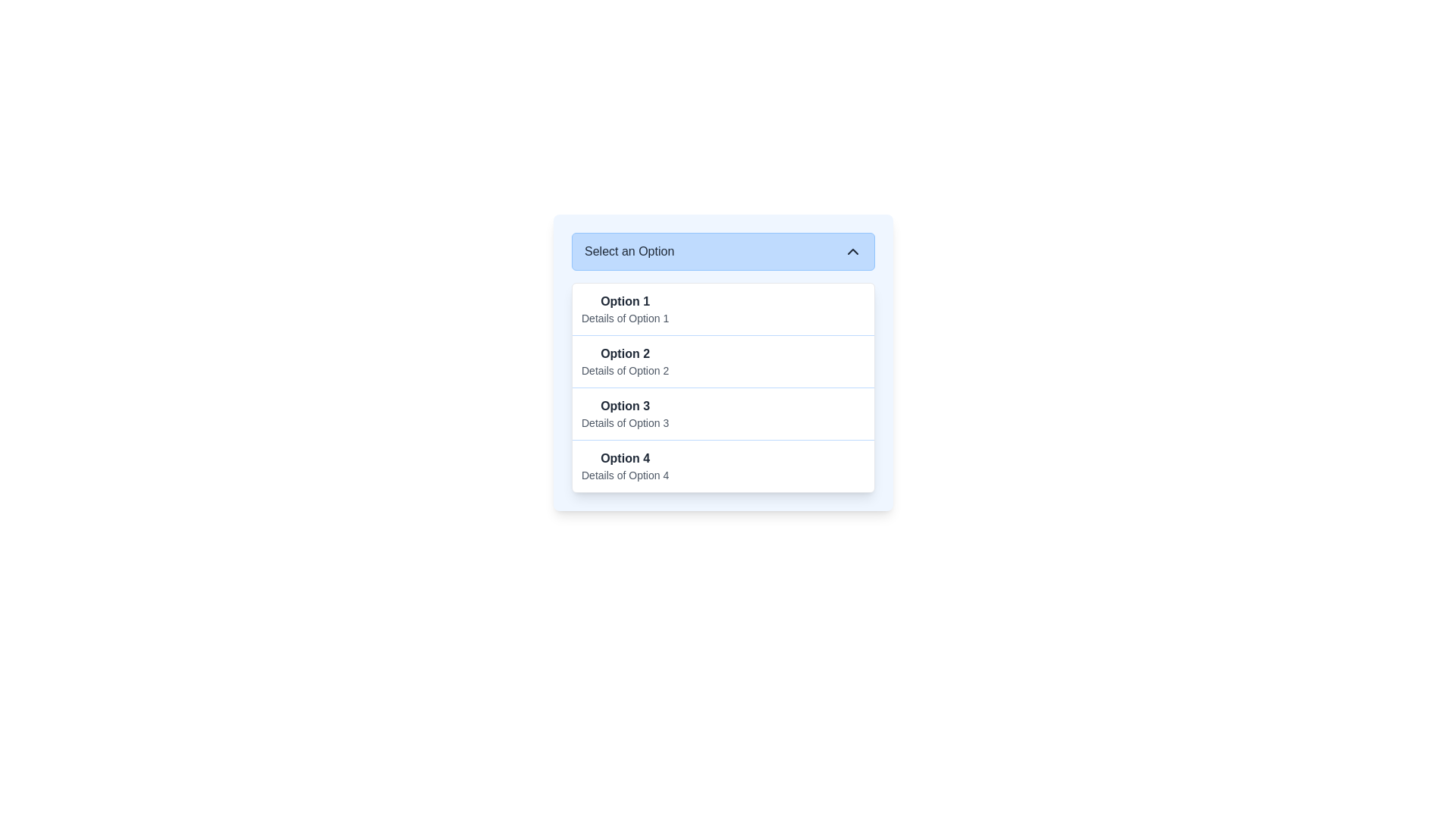 The height and width of the screenshot is (819, 1456). What do you see at coordinates (625, 318) in the screenshot?
I see `the text label that reads 'Details of Option 1', which is styled in gray and located directly underneath the title 'Option 1' in the dropdown menu` at bounding box center [625, 318].